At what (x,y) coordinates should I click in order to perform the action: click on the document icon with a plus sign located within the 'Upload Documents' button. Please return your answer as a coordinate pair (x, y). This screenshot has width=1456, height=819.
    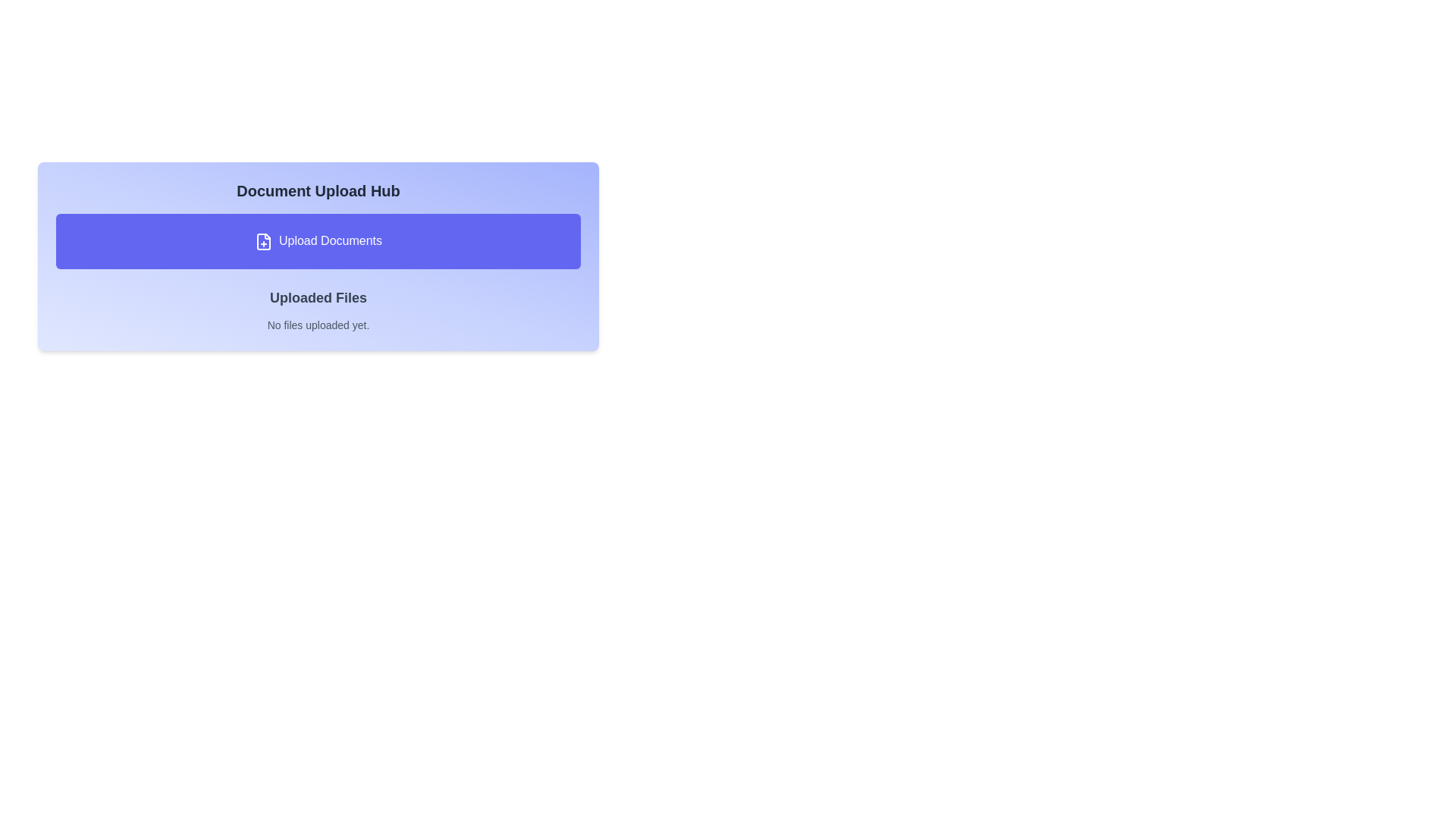
    Looking at the image, I should click on (263, 240).